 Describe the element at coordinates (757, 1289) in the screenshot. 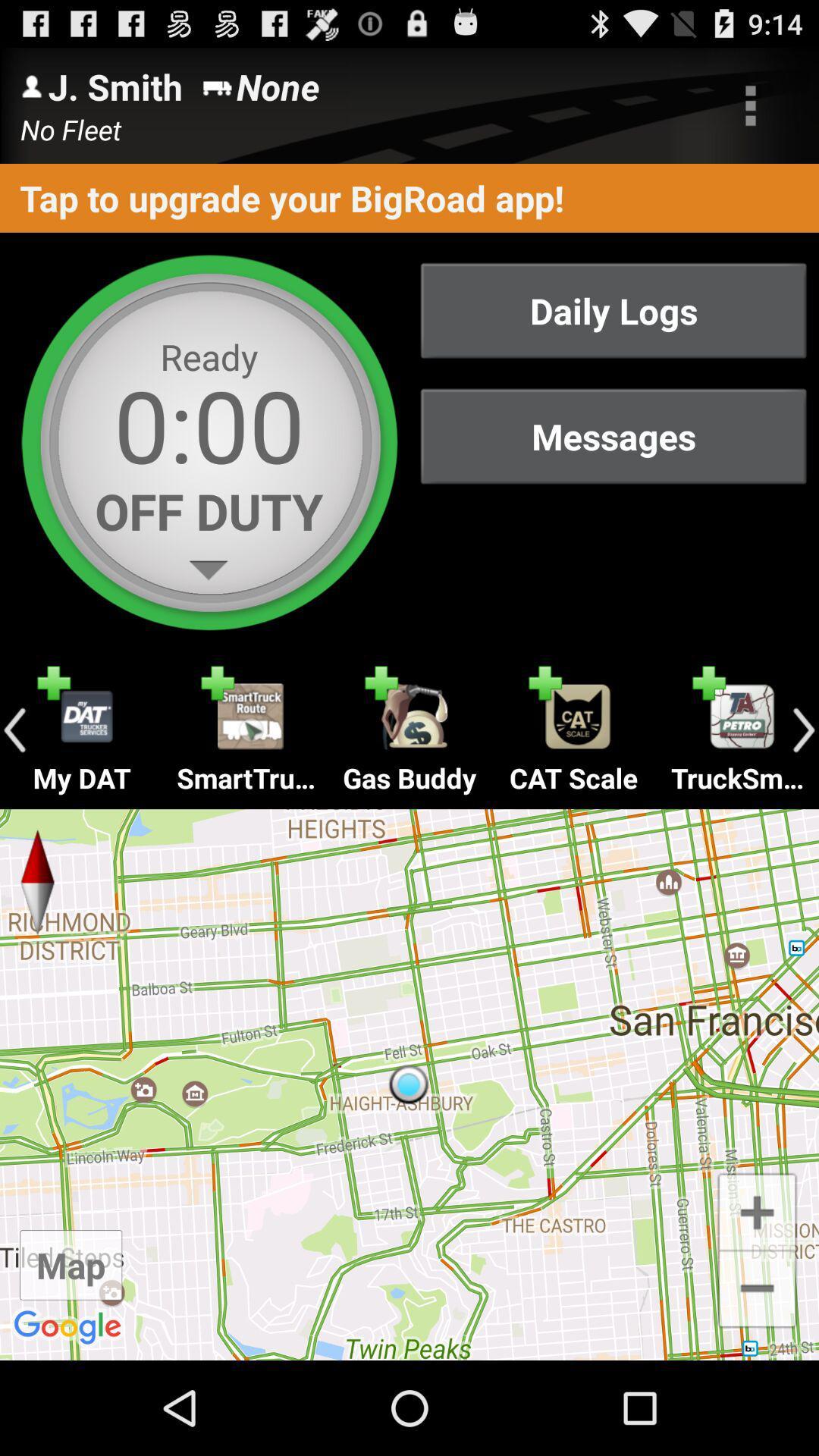

I see `zoom out option` at that location.